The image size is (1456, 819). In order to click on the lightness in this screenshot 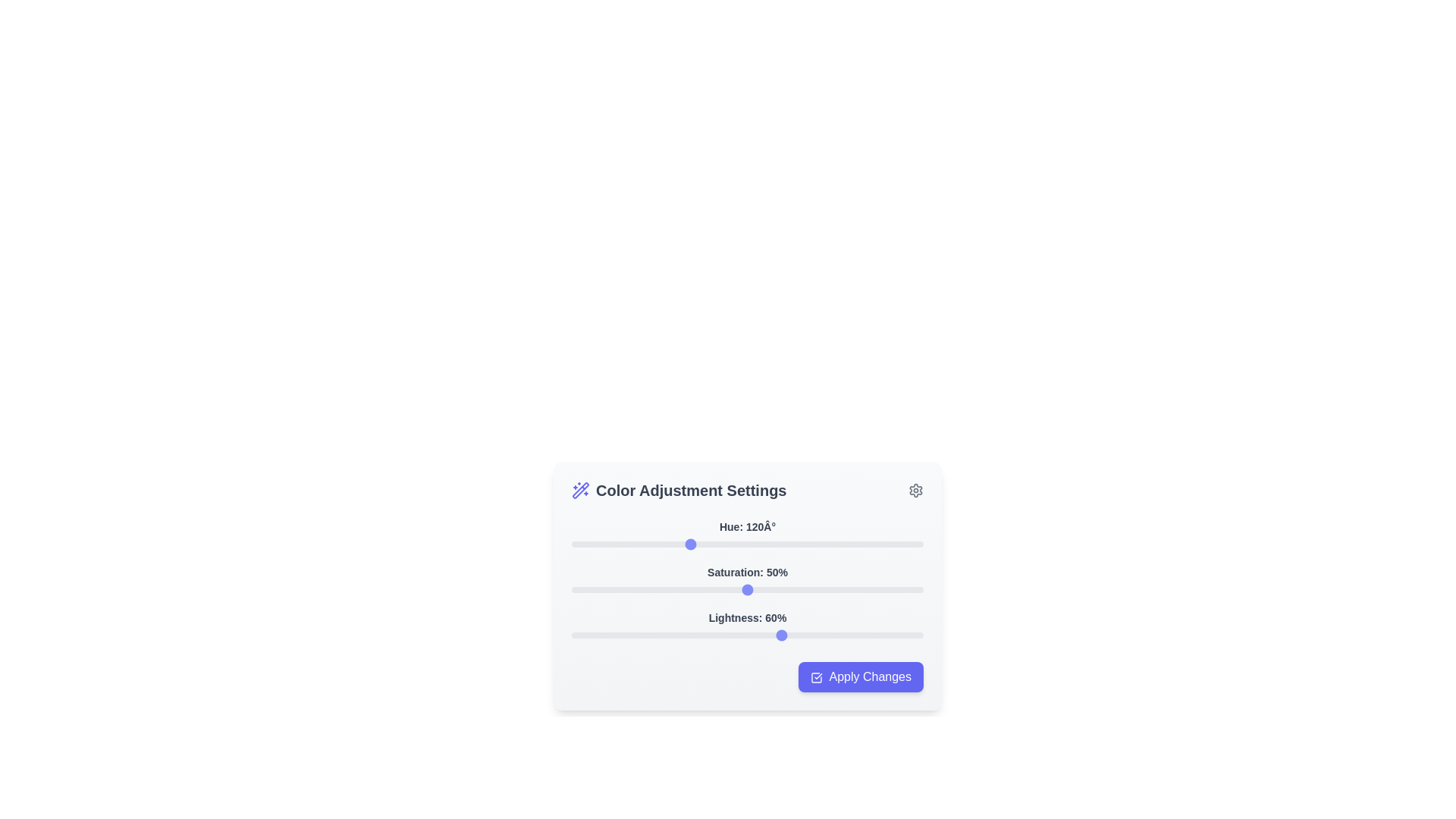, I will do `click(679, 635)`.